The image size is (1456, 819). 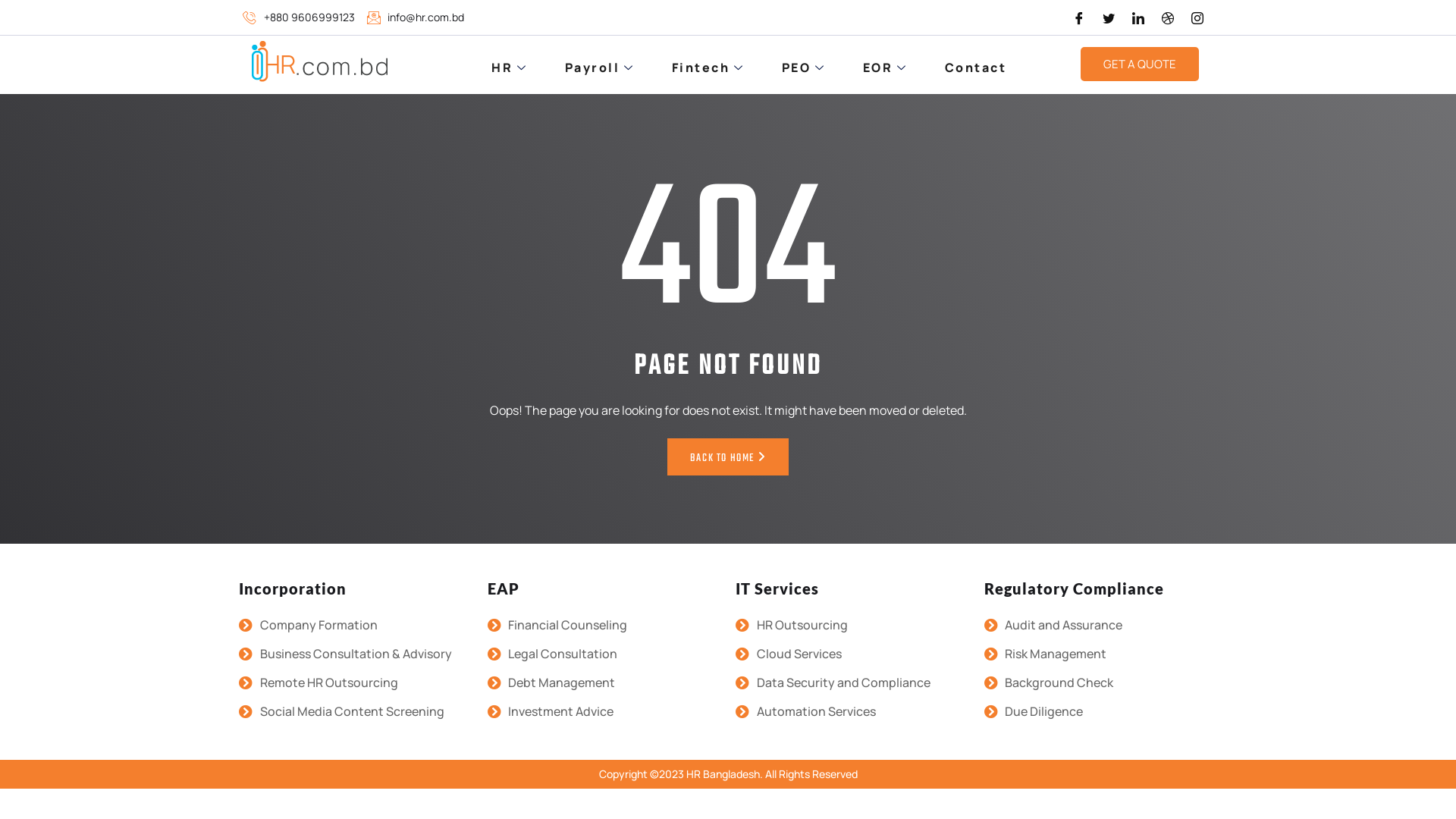 What do you see at coordinates (603, 681) in the screenshot?
I see `'Debt Management'` at bounding box center [603, 681].